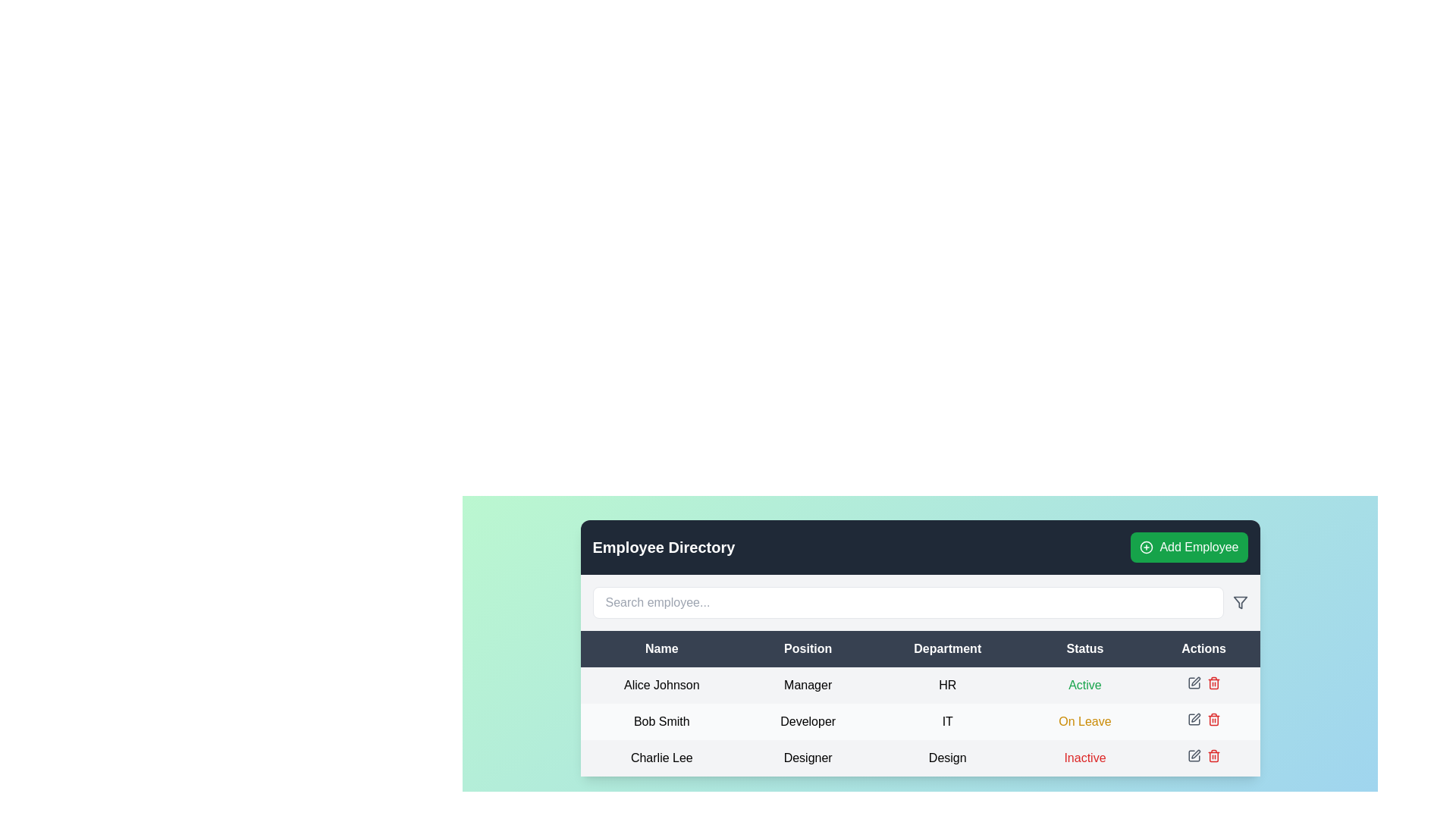  What do you see at coordinates (1240, 601) in the screenshot?
I see `the filter icon, which resembles a funnel and is located in the top right corner of the search bar in the 'Employee Directory' interface` at bounding box center [1240, 601].